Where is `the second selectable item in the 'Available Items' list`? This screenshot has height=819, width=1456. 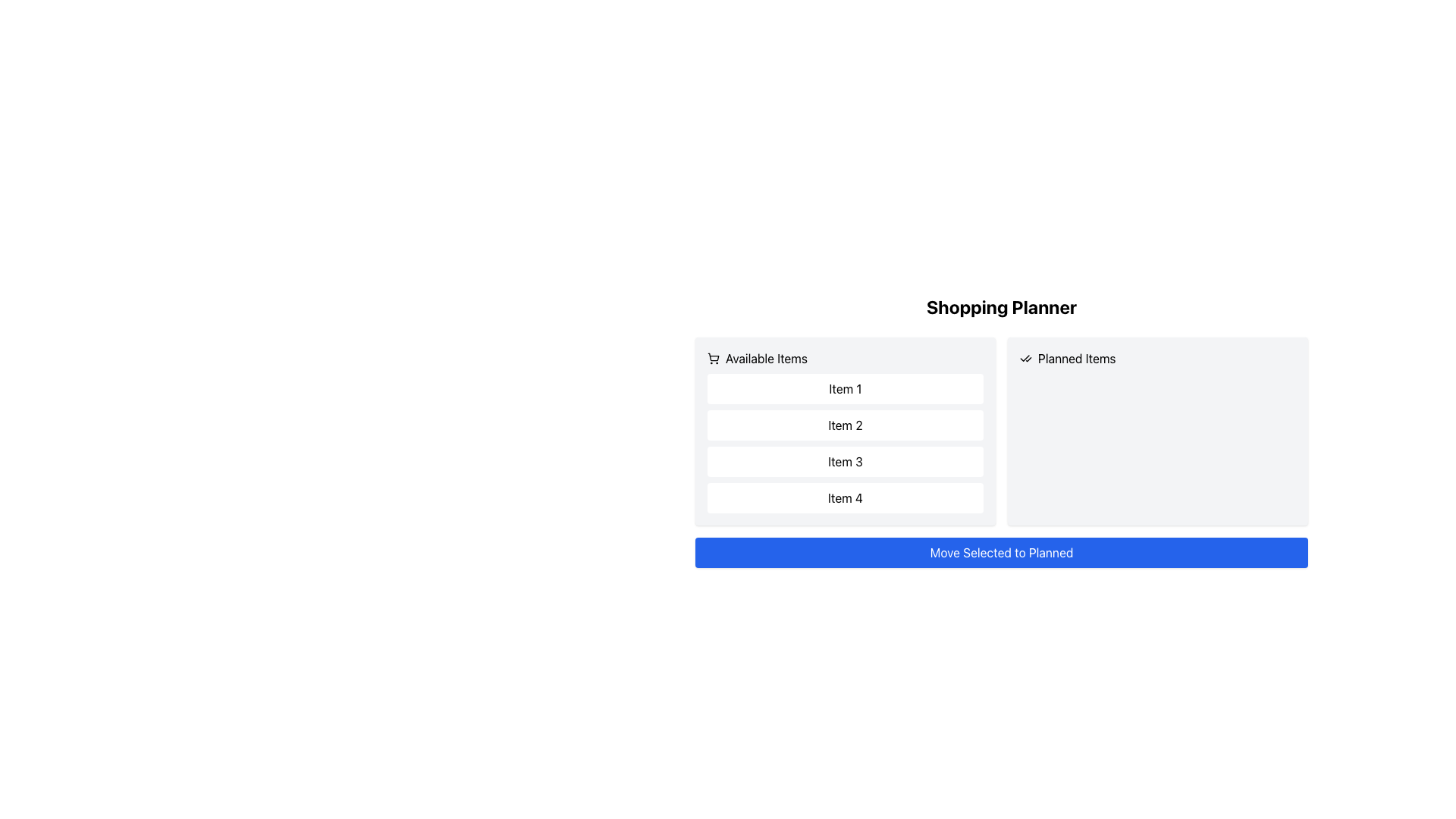
the second selectable item in the 'Available Items' list is located at coordinates (844, 425).